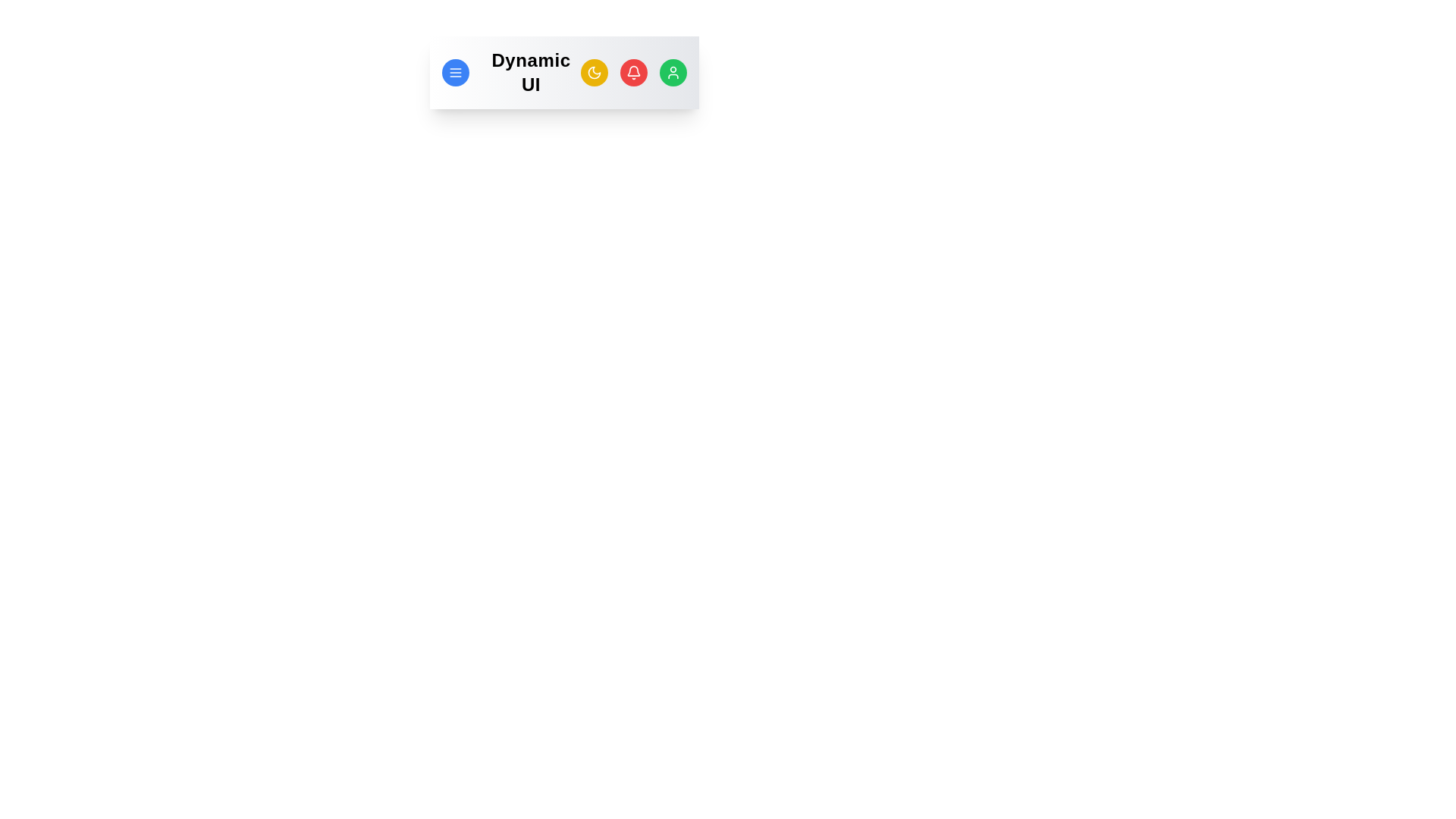 The image size is (1456, 819). I want to click on the bell button to trigger the notification action, so click(633, 73).